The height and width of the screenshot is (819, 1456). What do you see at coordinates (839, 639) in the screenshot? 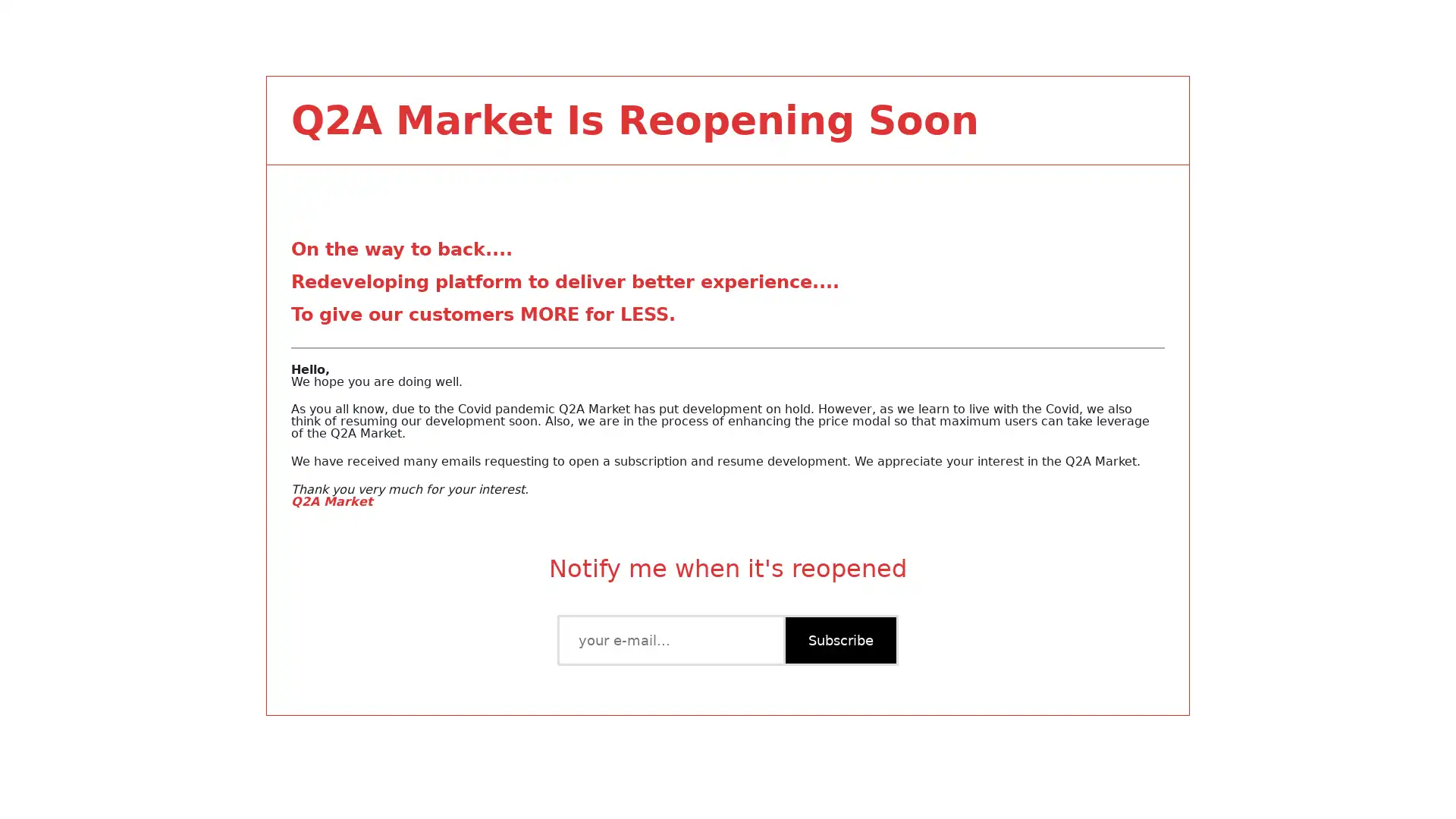
I see `Subscribe` at bounding box center [839, 639].